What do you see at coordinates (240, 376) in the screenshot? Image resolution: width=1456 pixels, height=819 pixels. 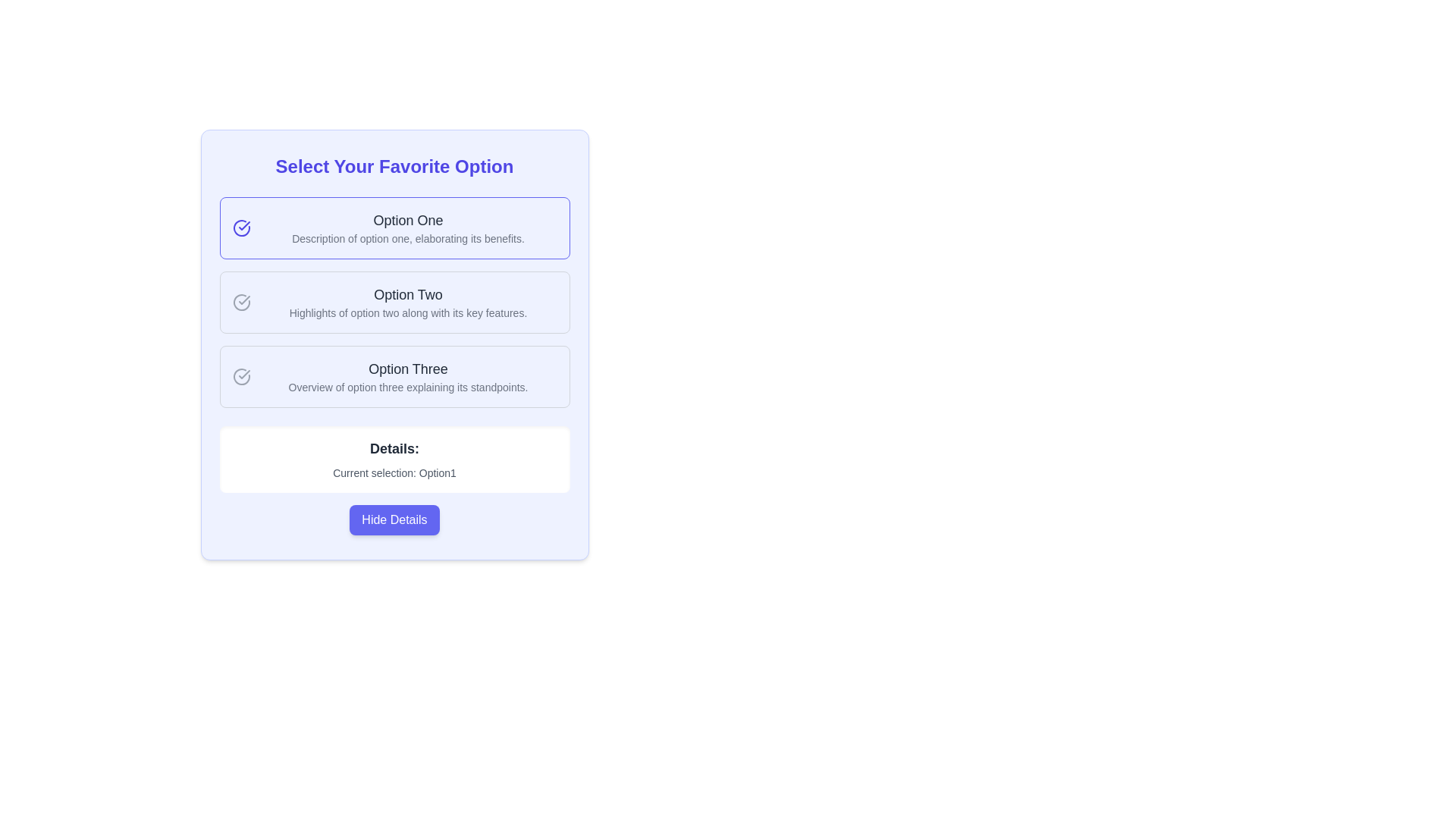 I see `the icon indicating the state of 'Option Three', which is located in the leftmost position of the 'Option Three' row` at bounding box center [240, 376].